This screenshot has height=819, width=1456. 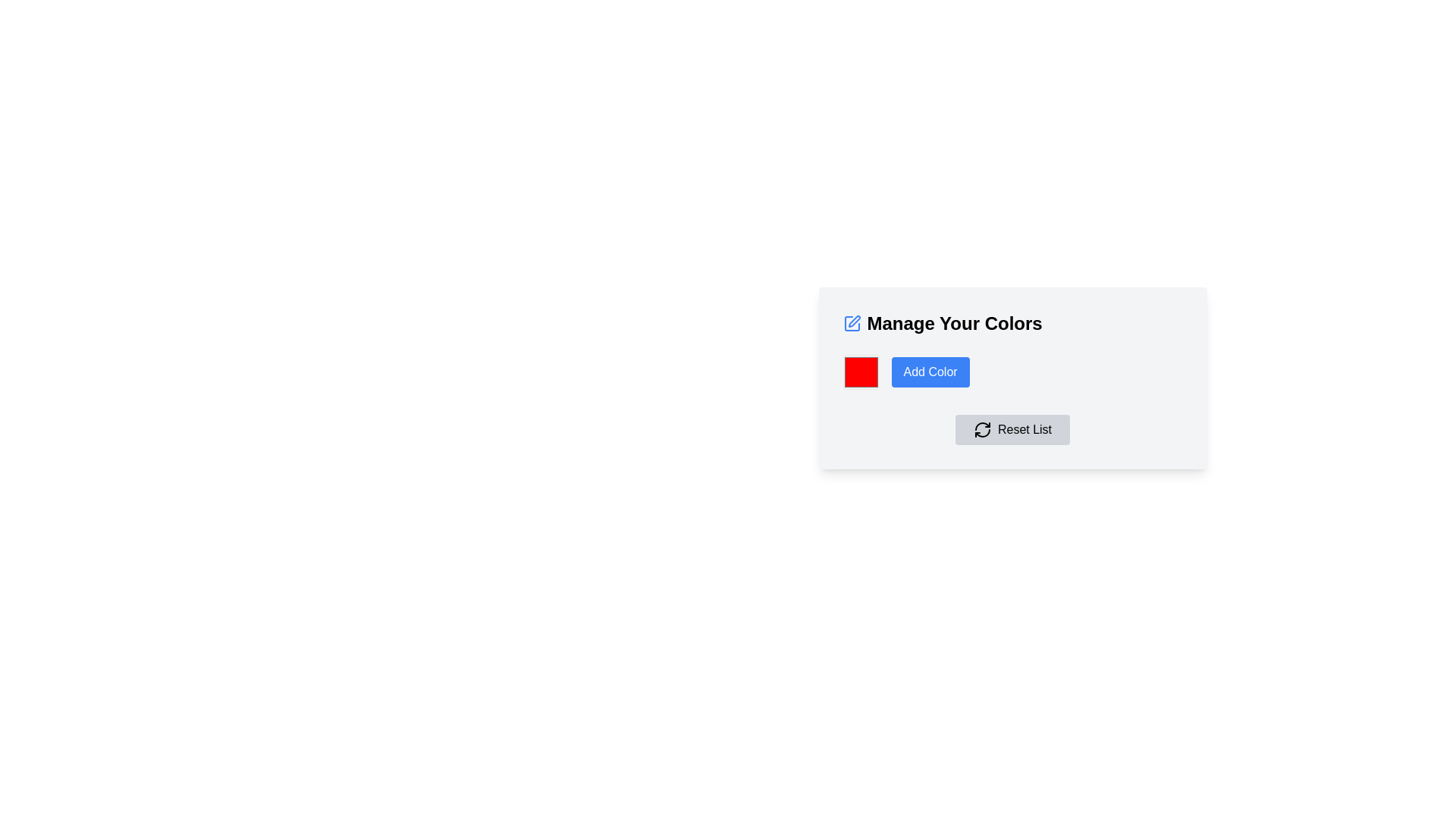 I want to click on the left section of the pen icon used for editing in the 'Manage Your Colors' modal dialog, so click(x=852, y=323).